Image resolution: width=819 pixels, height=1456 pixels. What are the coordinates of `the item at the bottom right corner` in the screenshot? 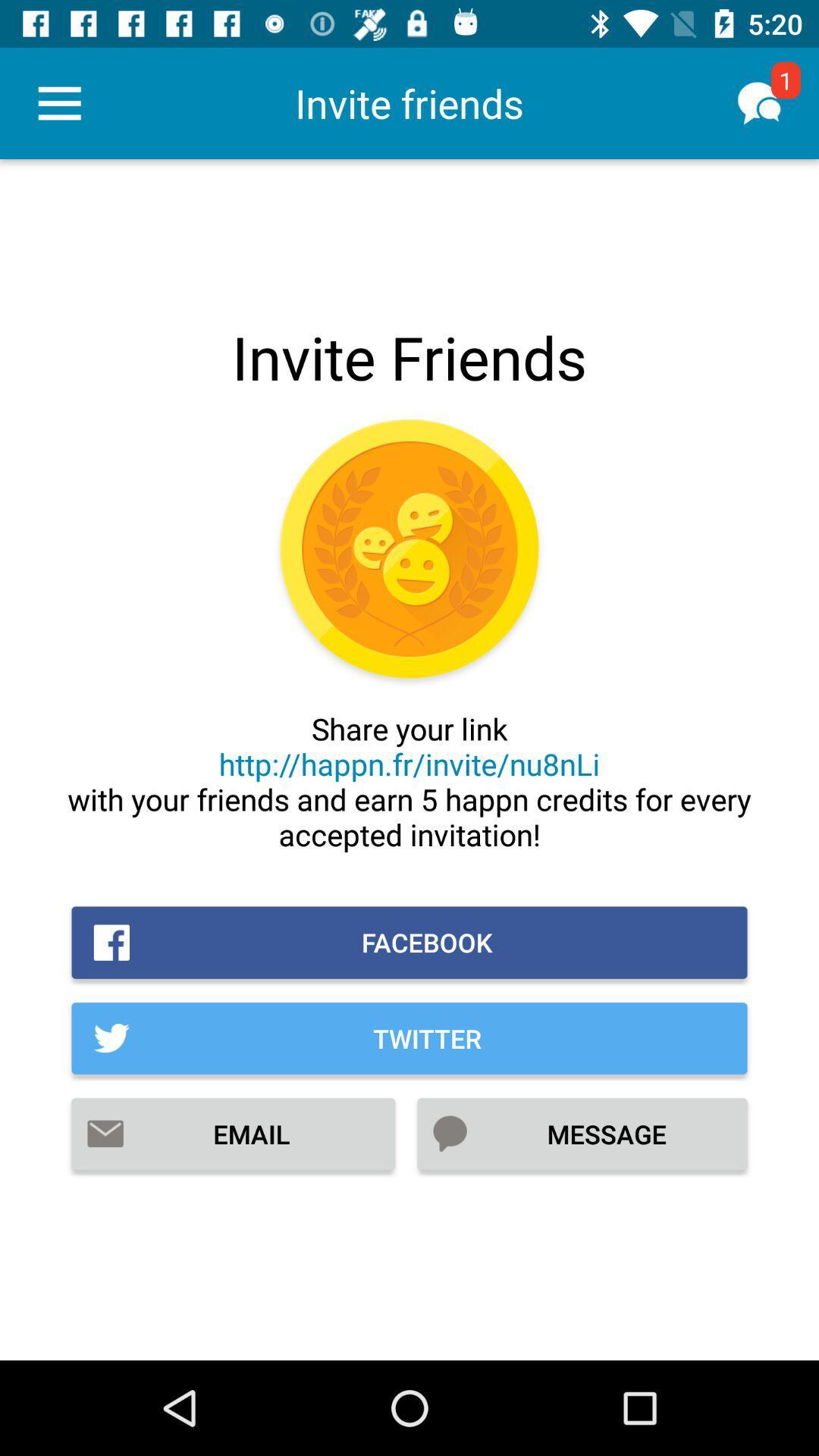 It's located at (581, 1134).